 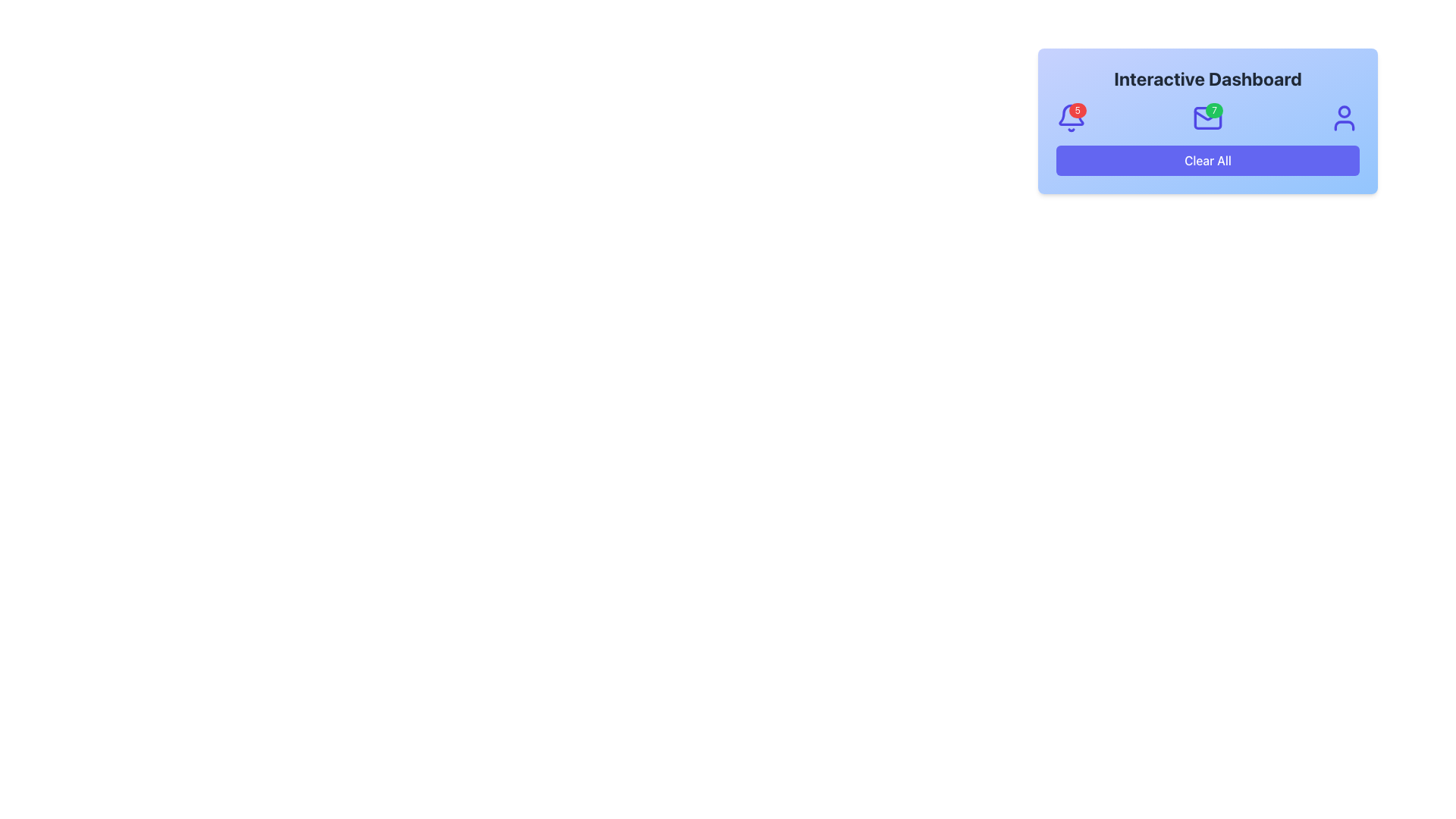 What do you see at coordinates (1214, 110) in the screenshot?
I see `the Notification Badge, a small circular badge with a green background and white text displaying the number '7', located at the top-right corner of the mail icon` at bounding box center [1214, 110].